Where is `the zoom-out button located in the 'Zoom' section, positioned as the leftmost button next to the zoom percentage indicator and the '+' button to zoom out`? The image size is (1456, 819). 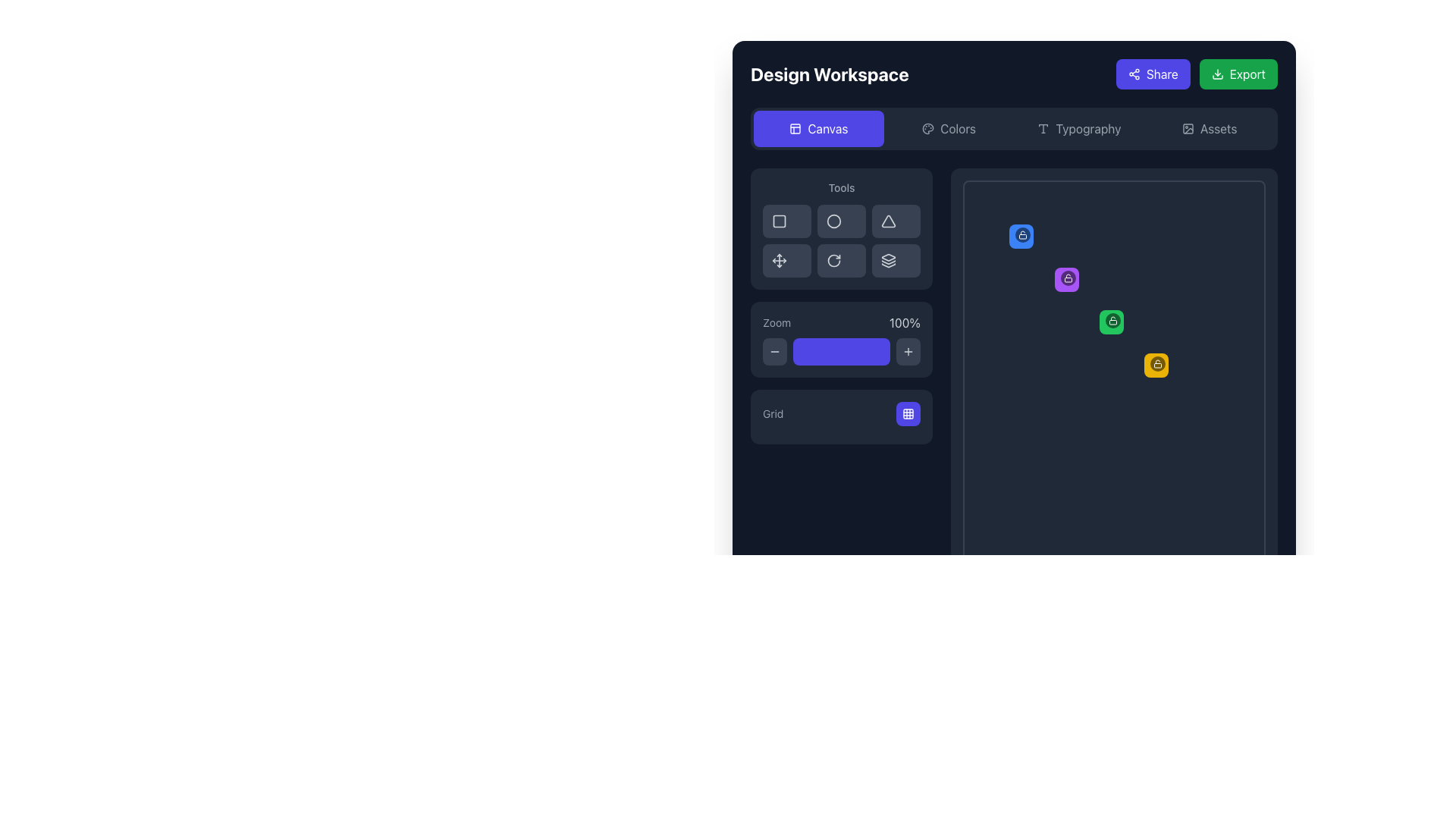
the zoom-out button located in the 'Zoom' section, positioned as the leftmost button next to the zoom percentage indicator and the '+' button to zoom out is located at coordinates (775, 351).